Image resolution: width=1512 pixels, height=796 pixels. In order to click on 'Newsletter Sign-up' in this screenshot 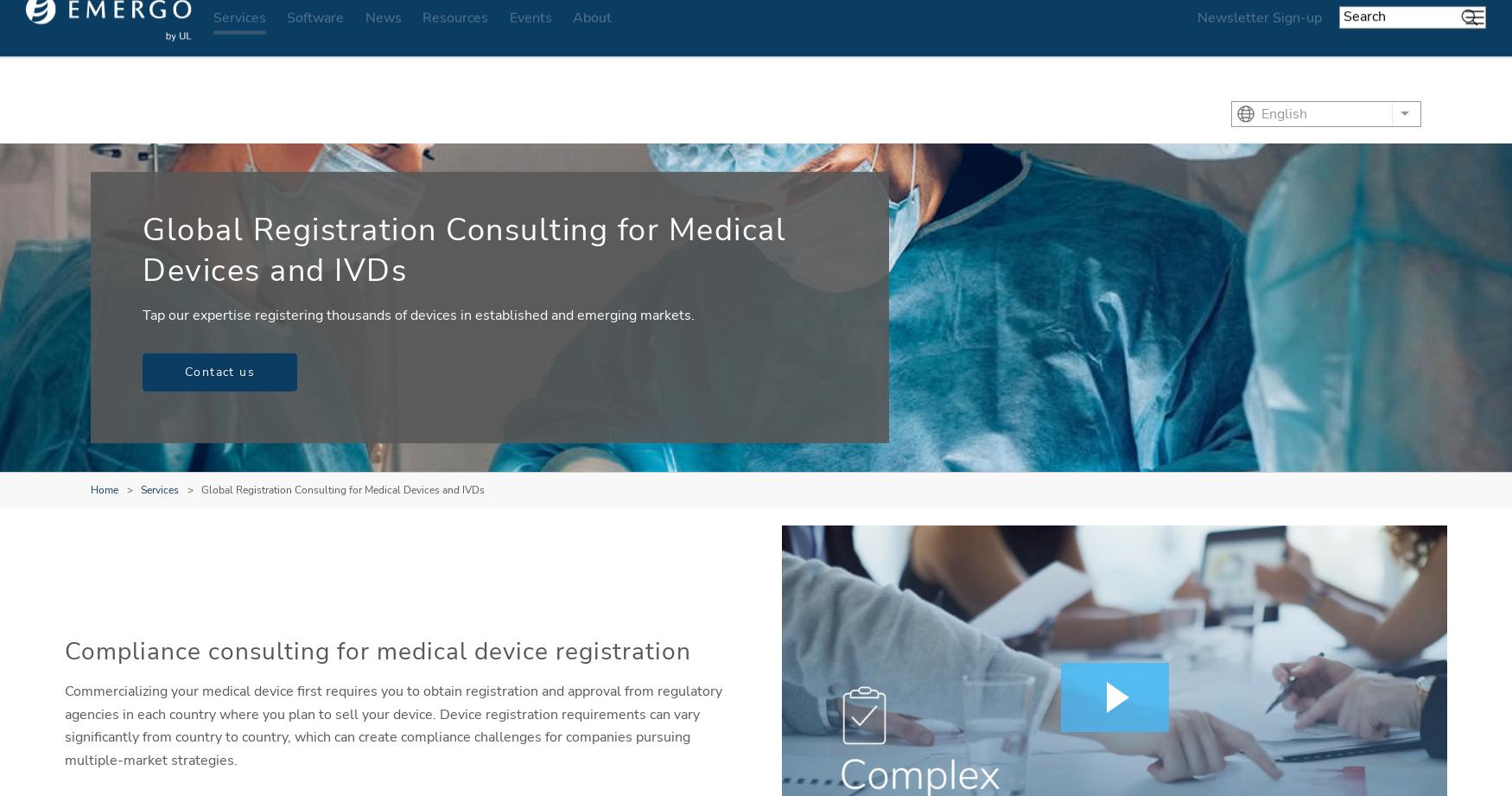, I will do `click(1259, 39)`.